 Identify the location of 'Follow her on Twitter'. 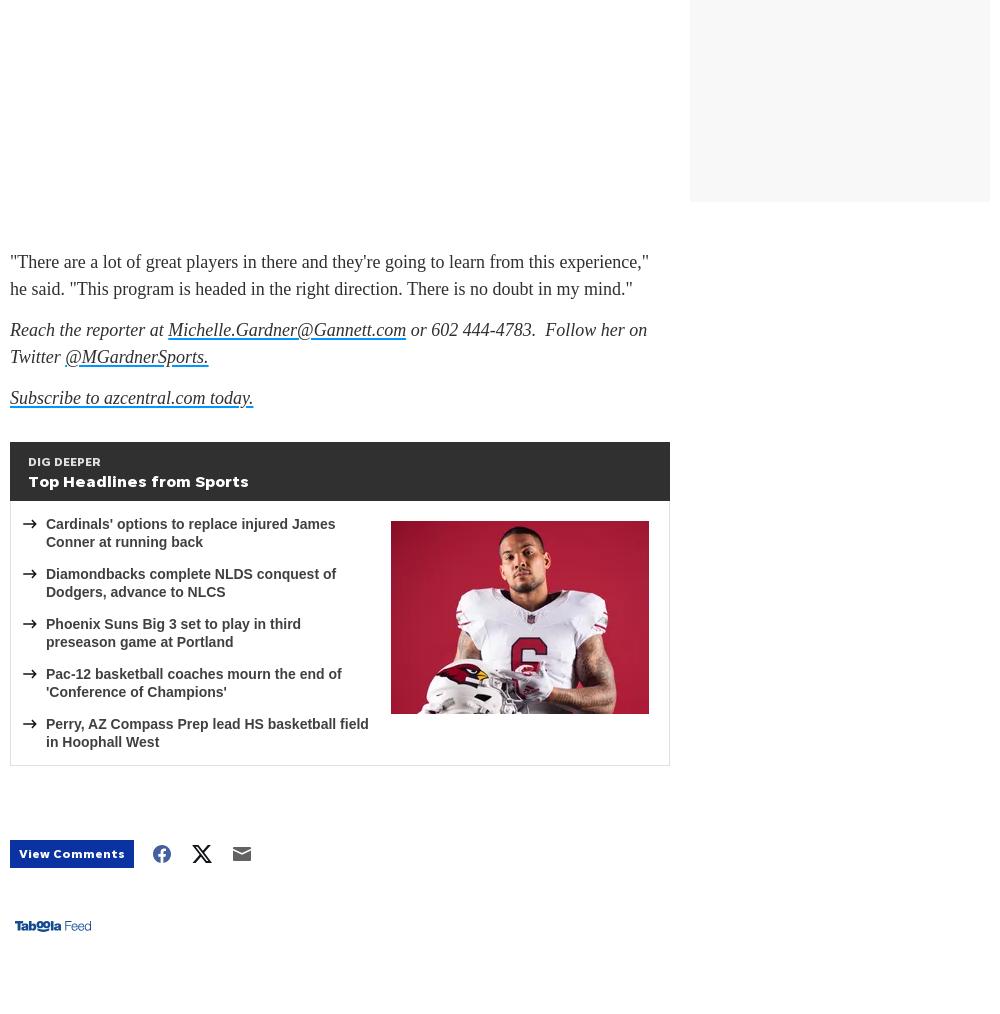
(10, 342).